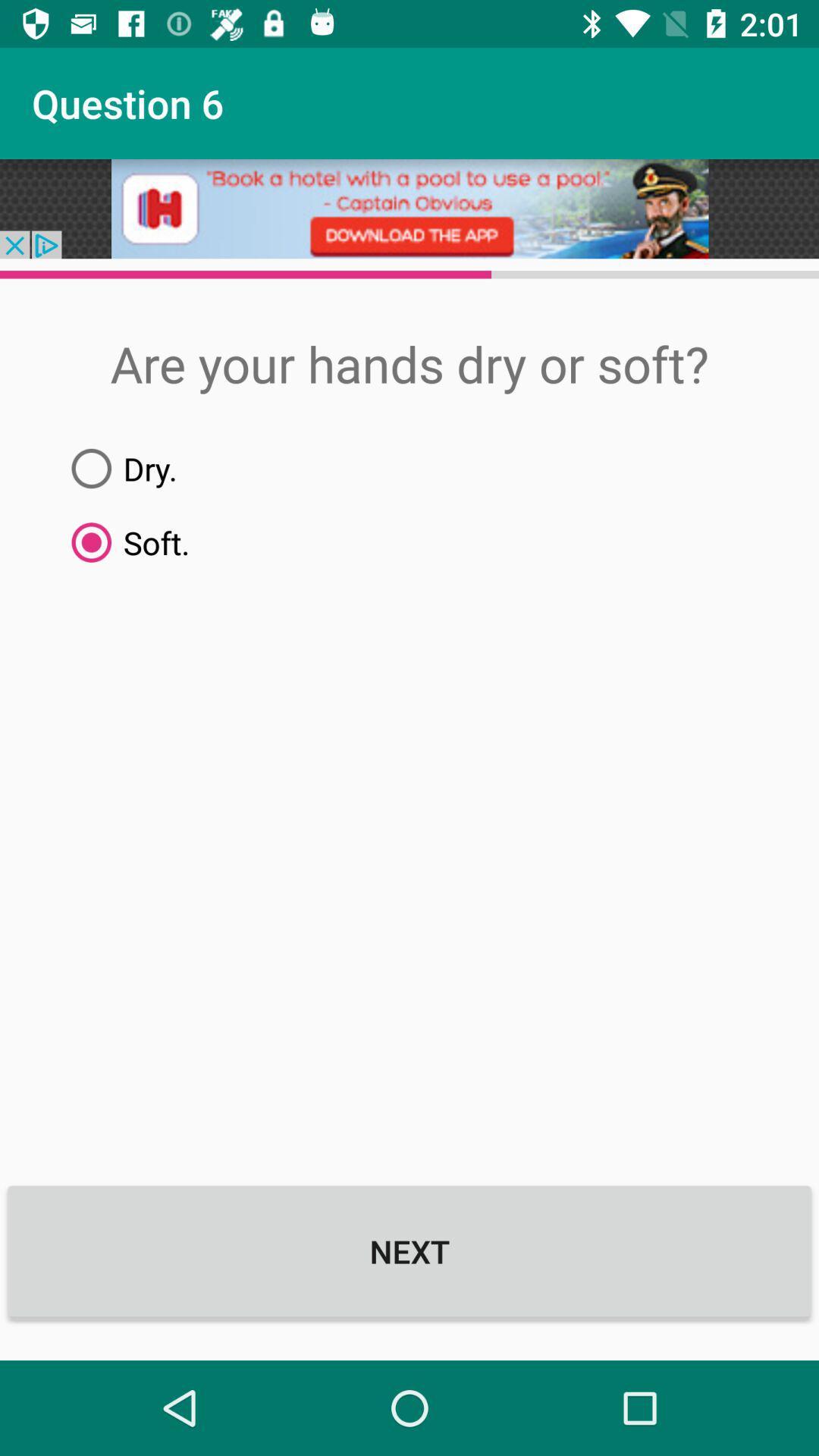 Image resolution: width=819 pixels, height=1456 pixels. What do you see at coordinates (409, 208) in the screenshot?
I see `this is add banner in app` at bounding box center [409, 208].